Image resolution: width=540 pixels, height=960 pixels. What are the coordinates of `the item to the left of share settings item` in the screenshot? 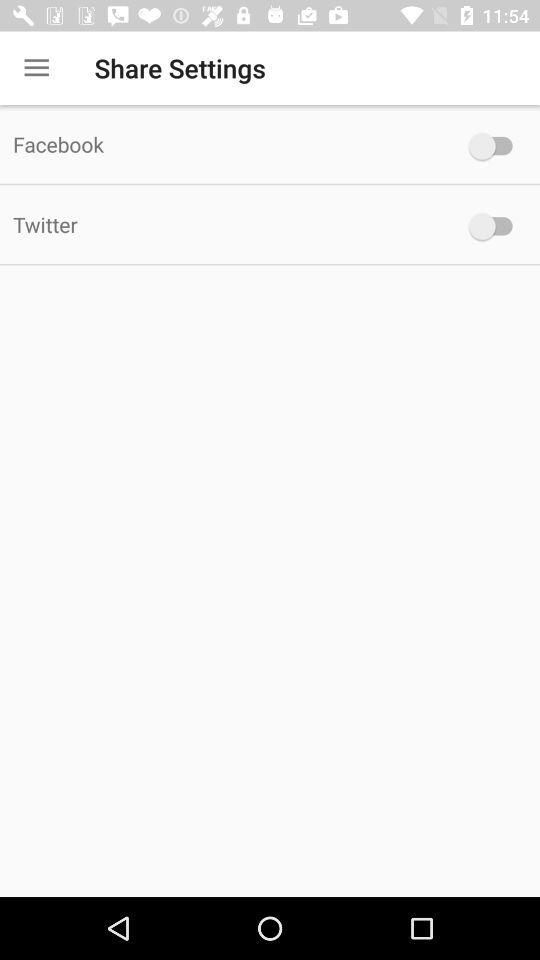 It's located at (36, 68).